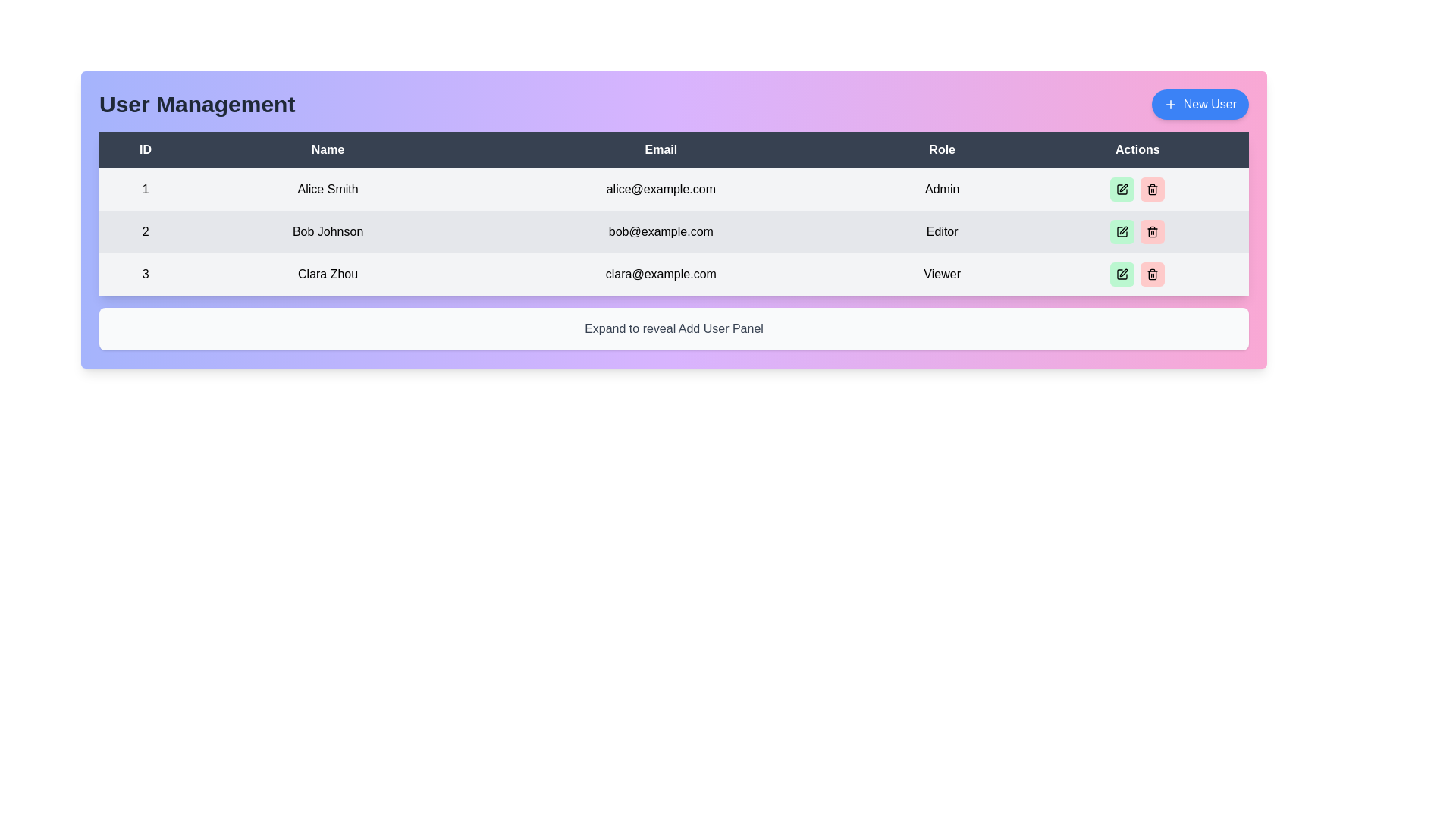  Describe the element at coordinates (1153, 231) in the screenshot. I see `the delete button in the 'Actions' column of the second row associated with the user 'Bob Johnson'` at that location.